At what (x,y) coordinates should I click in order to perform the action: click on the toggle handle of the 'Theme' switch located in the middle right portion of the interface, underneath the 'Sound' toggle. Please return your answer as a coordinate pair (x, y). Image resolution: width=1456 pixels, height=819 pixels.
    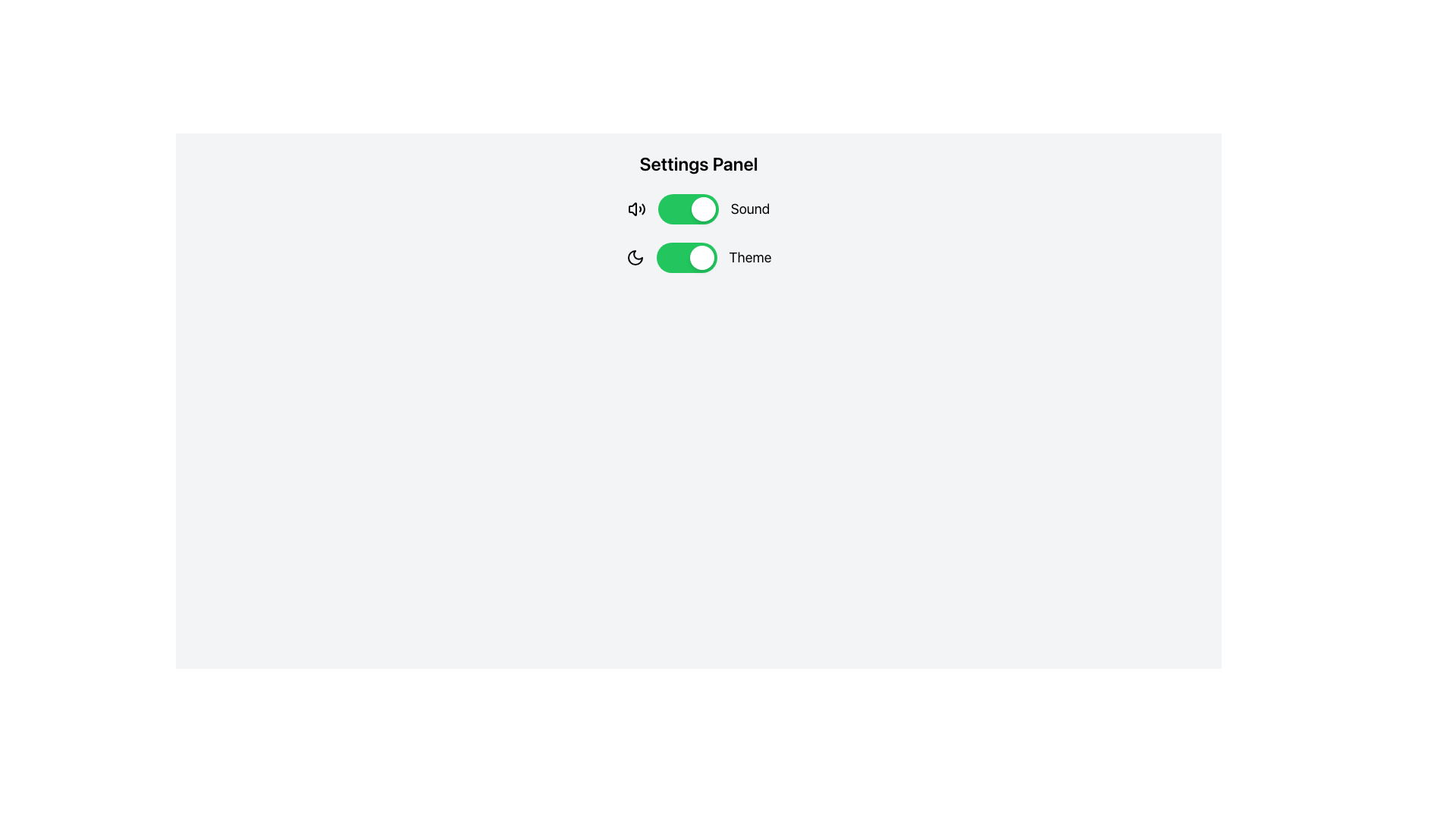
    Looking at the image, I should click on (713, 256).